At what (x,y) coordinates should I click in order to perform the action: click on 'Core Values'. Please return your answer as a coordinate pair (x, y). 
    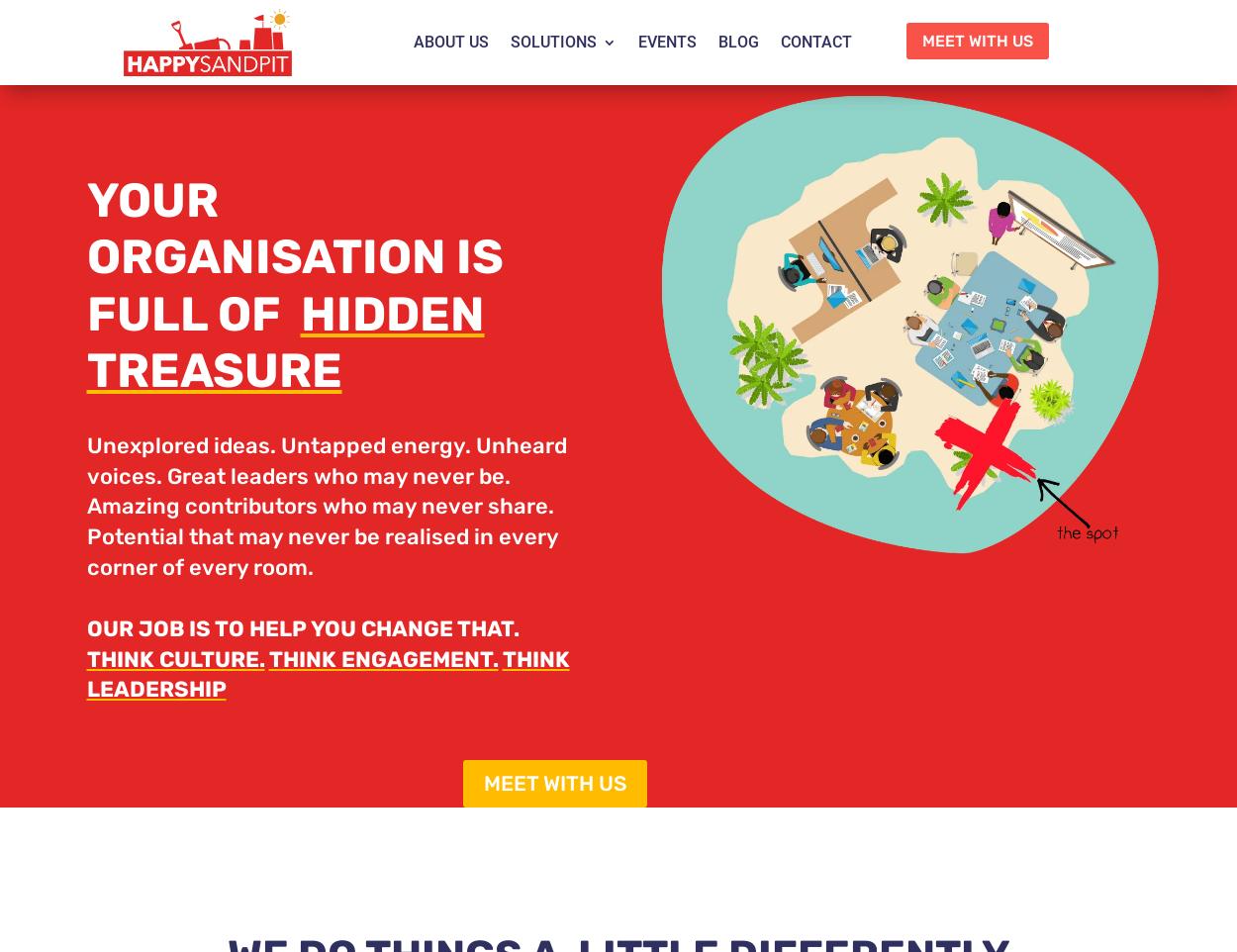
    Looking at the image, I should click on (589, 358).